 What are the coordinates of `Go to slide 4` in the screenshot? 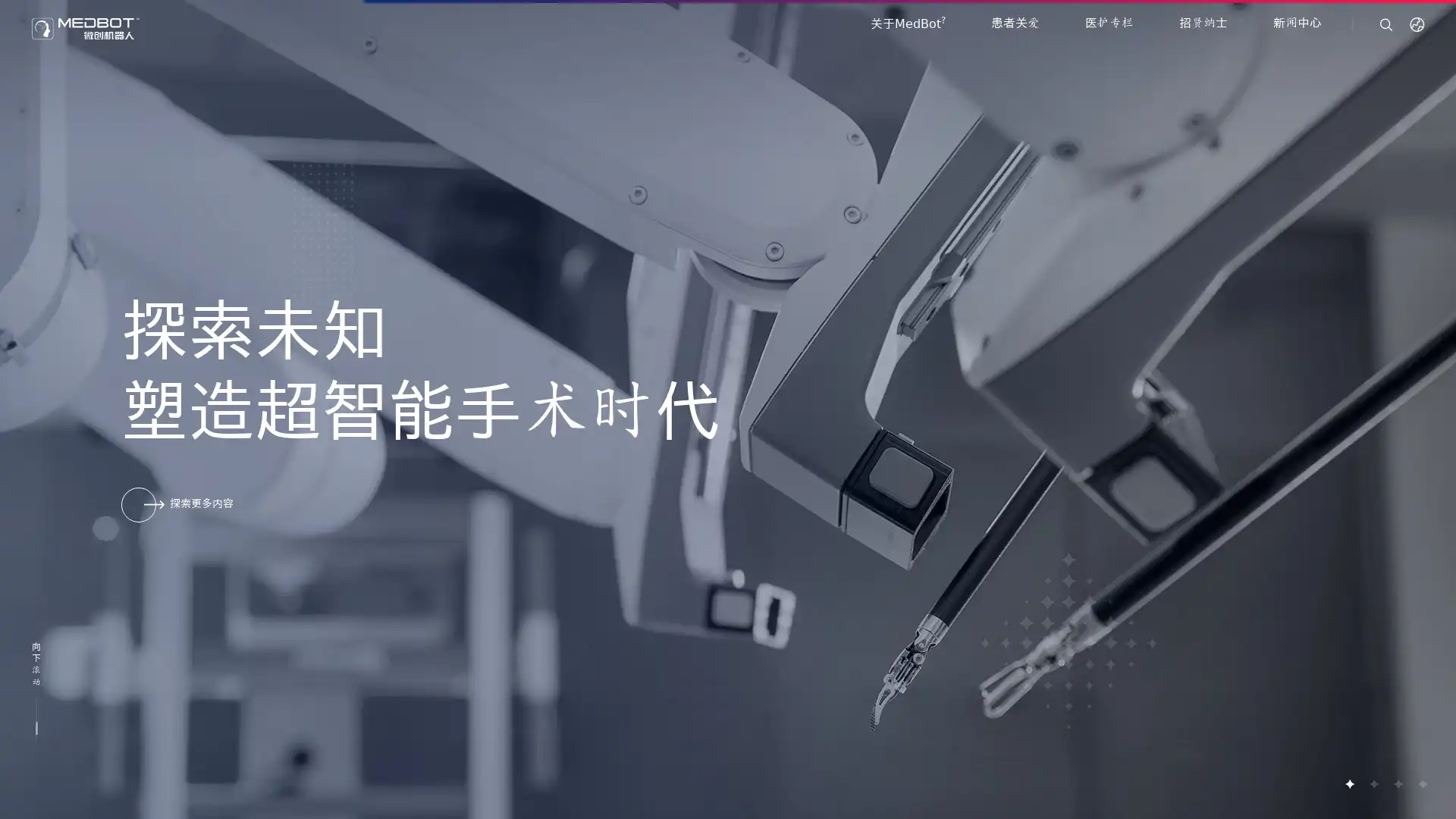 It's located at (1421, 783).